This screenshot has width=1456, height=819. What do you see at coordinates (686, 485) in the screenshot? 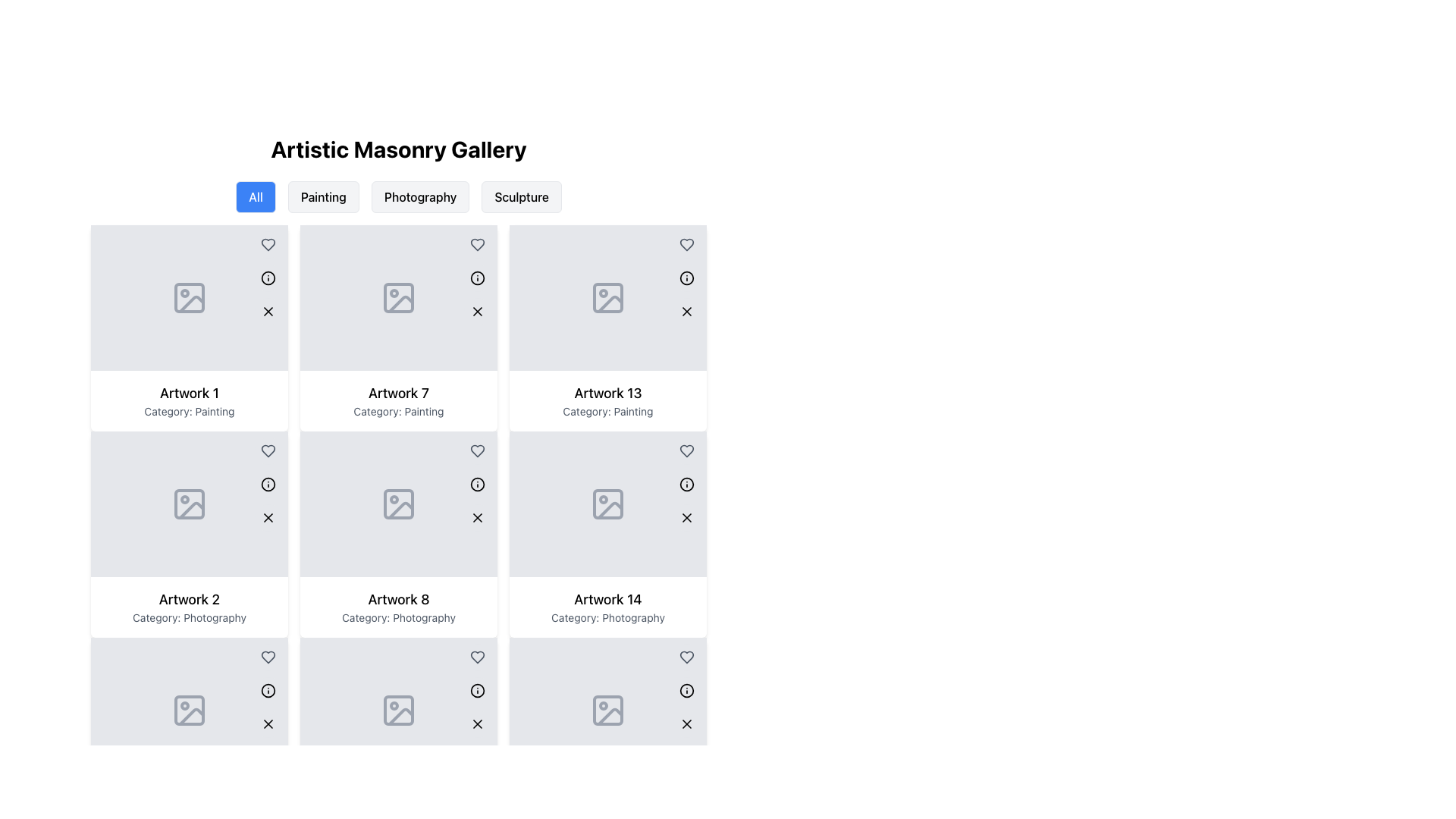
I see `the circular information icon located in the 'Artwork 13' section` at bounding box center [686, 485].